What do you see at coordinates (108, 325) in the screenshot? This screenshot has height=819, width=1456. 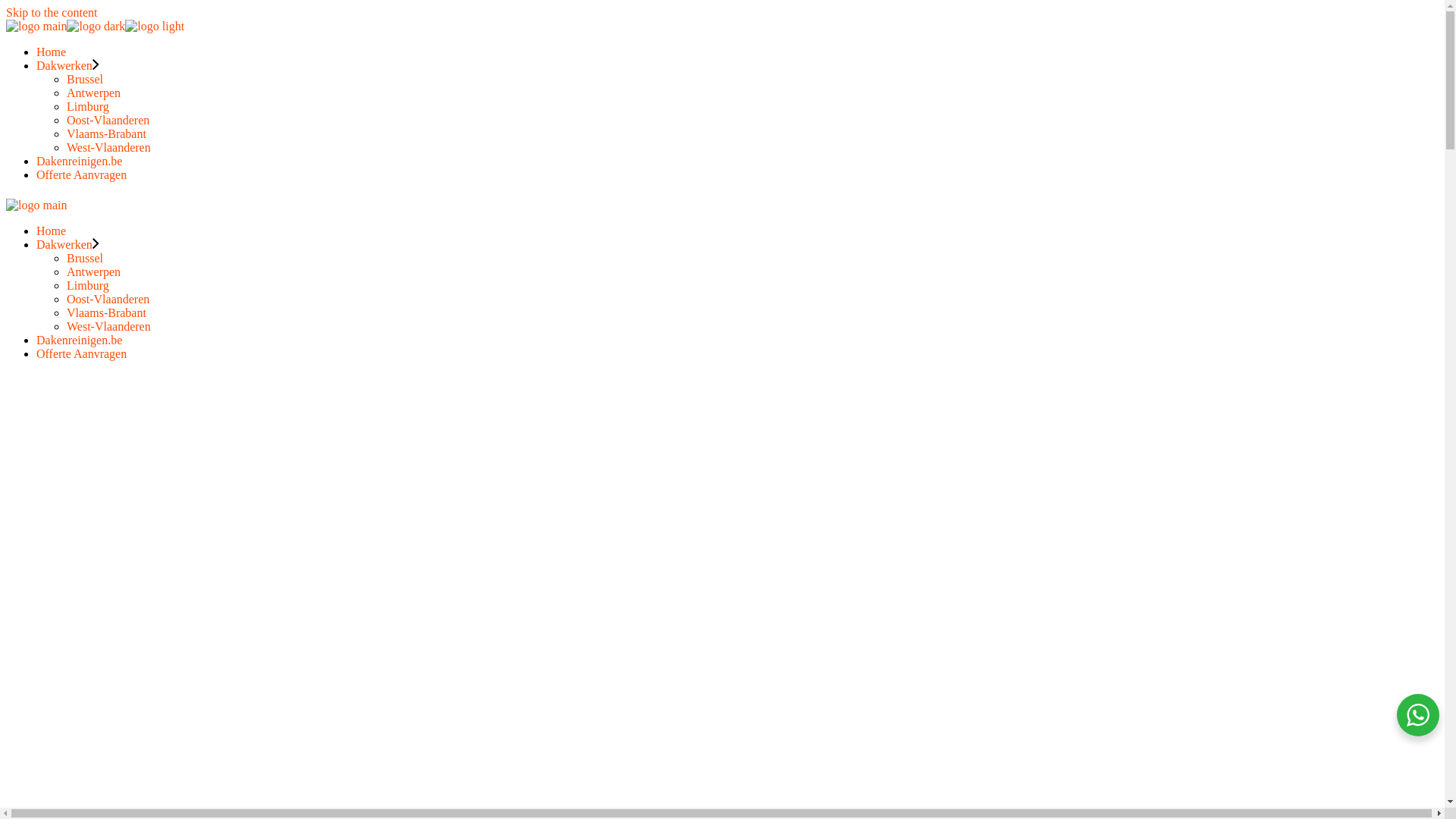 I see `'West-Vlaanderen'` at bounding box center [108, 325].